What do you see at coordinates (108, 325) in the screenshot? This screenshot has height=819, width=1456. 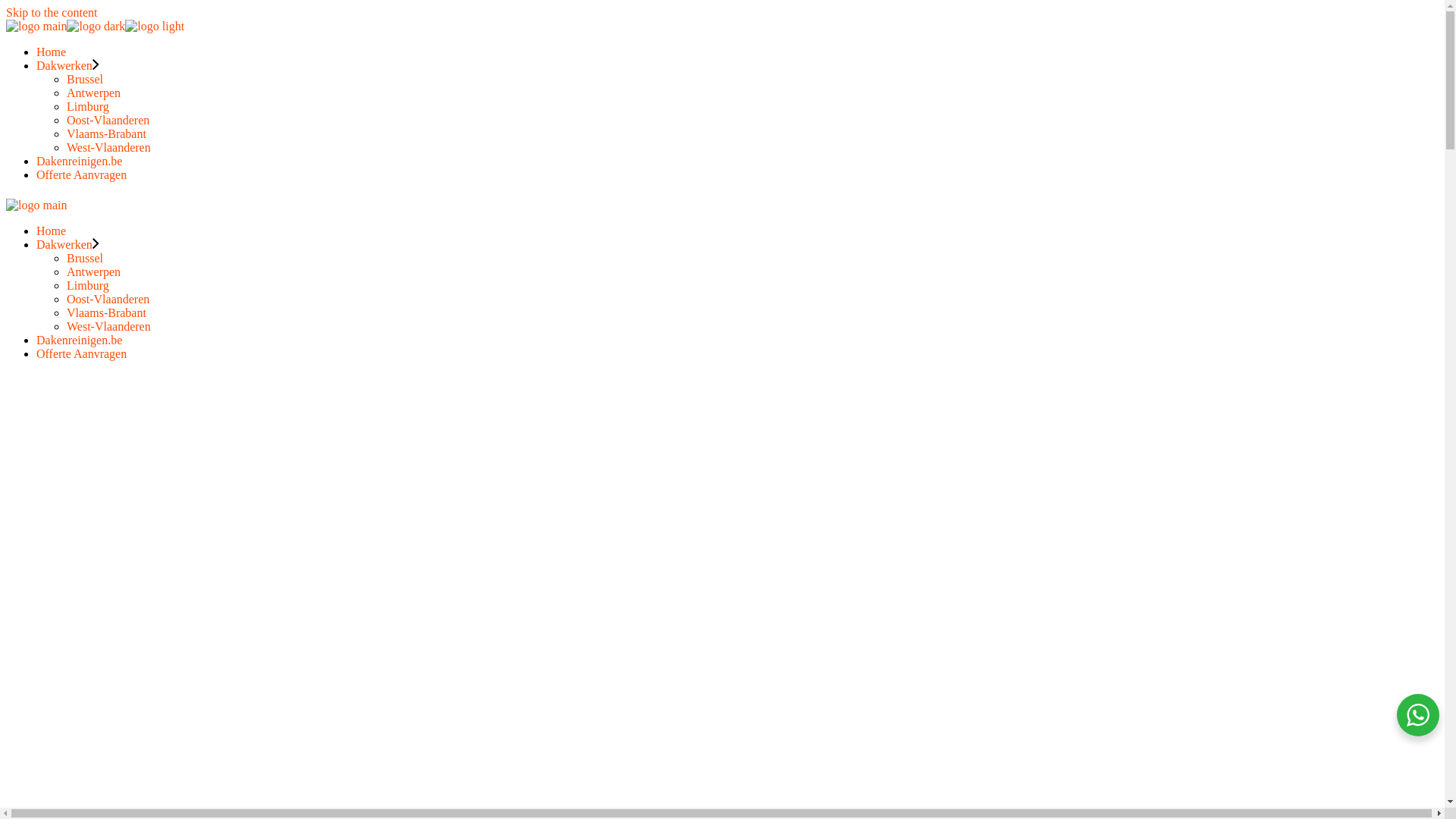 I see `'West-Vlaanderen'` at bounding box center [108, 325].